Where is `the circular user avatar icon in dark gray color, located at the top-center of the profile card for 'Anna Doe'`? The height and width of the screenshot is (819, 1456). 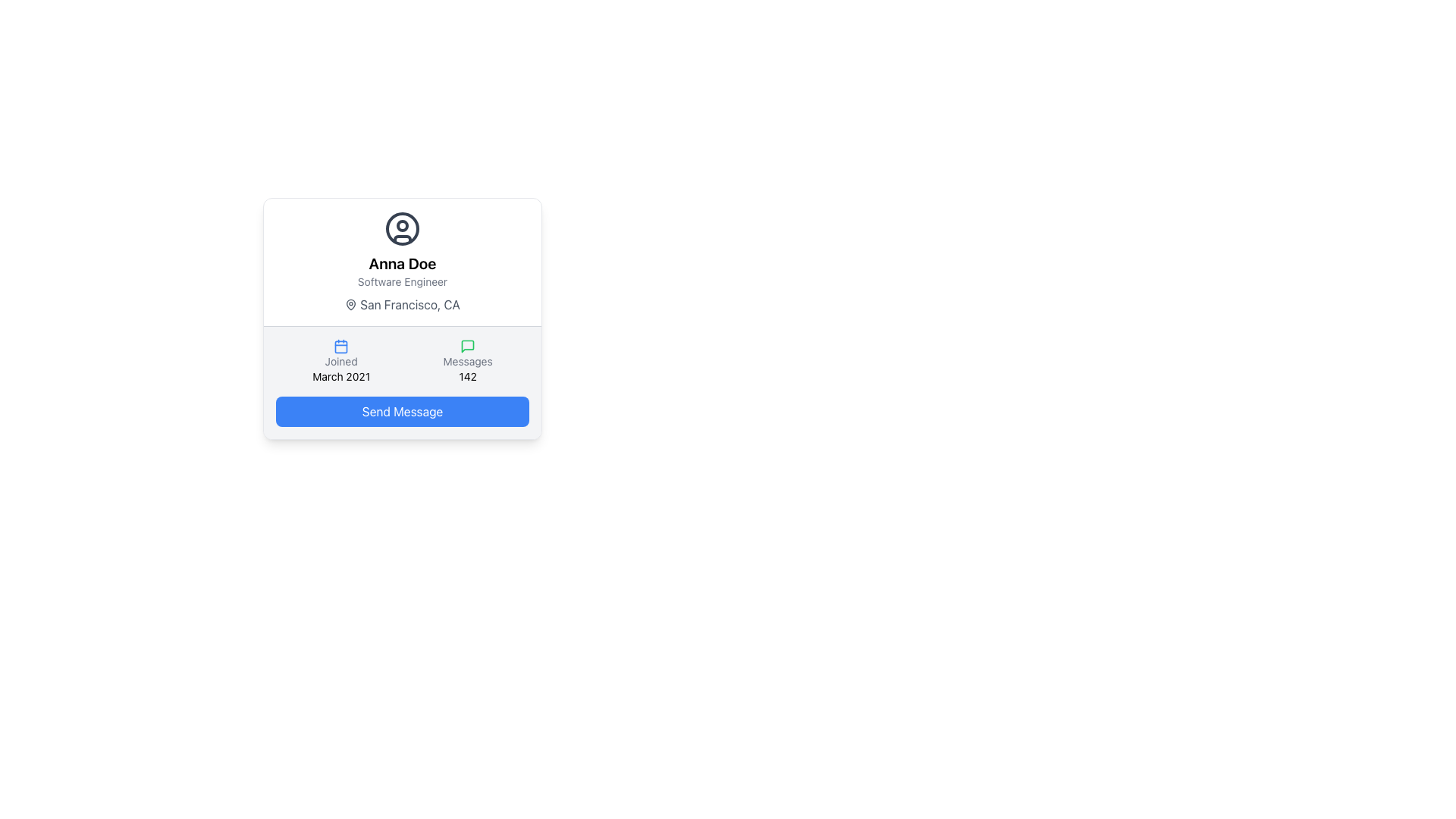 the circular user avatar icon in dark gray color, located at the top-center of the profile card for 'Anna Doe' is located at coordinates (403, 228).